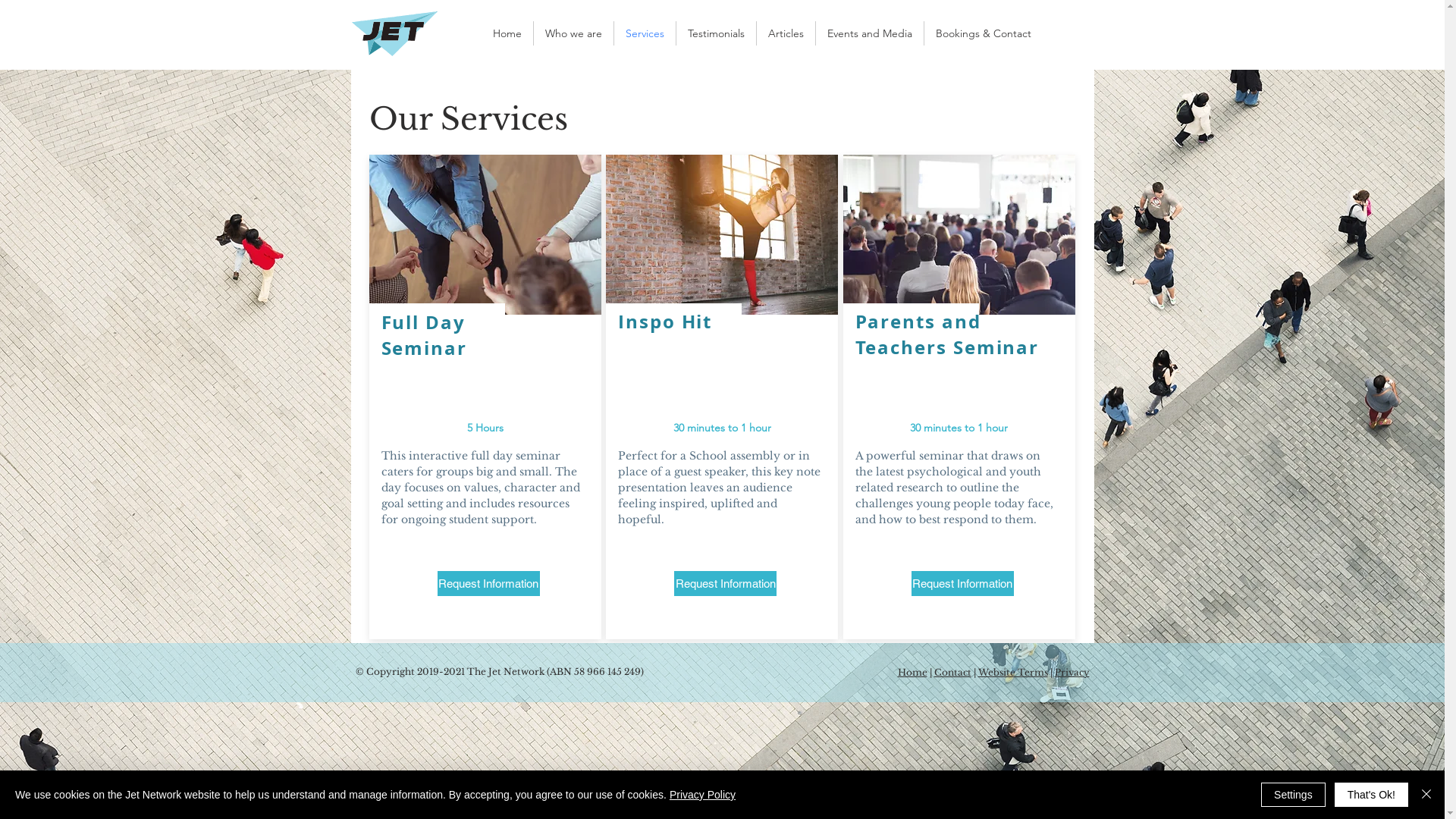 This screenshot has height=819, width=1456. Describe the element at coordinates (786, 33) in the screenshot. I see `'Articles'` at that location.